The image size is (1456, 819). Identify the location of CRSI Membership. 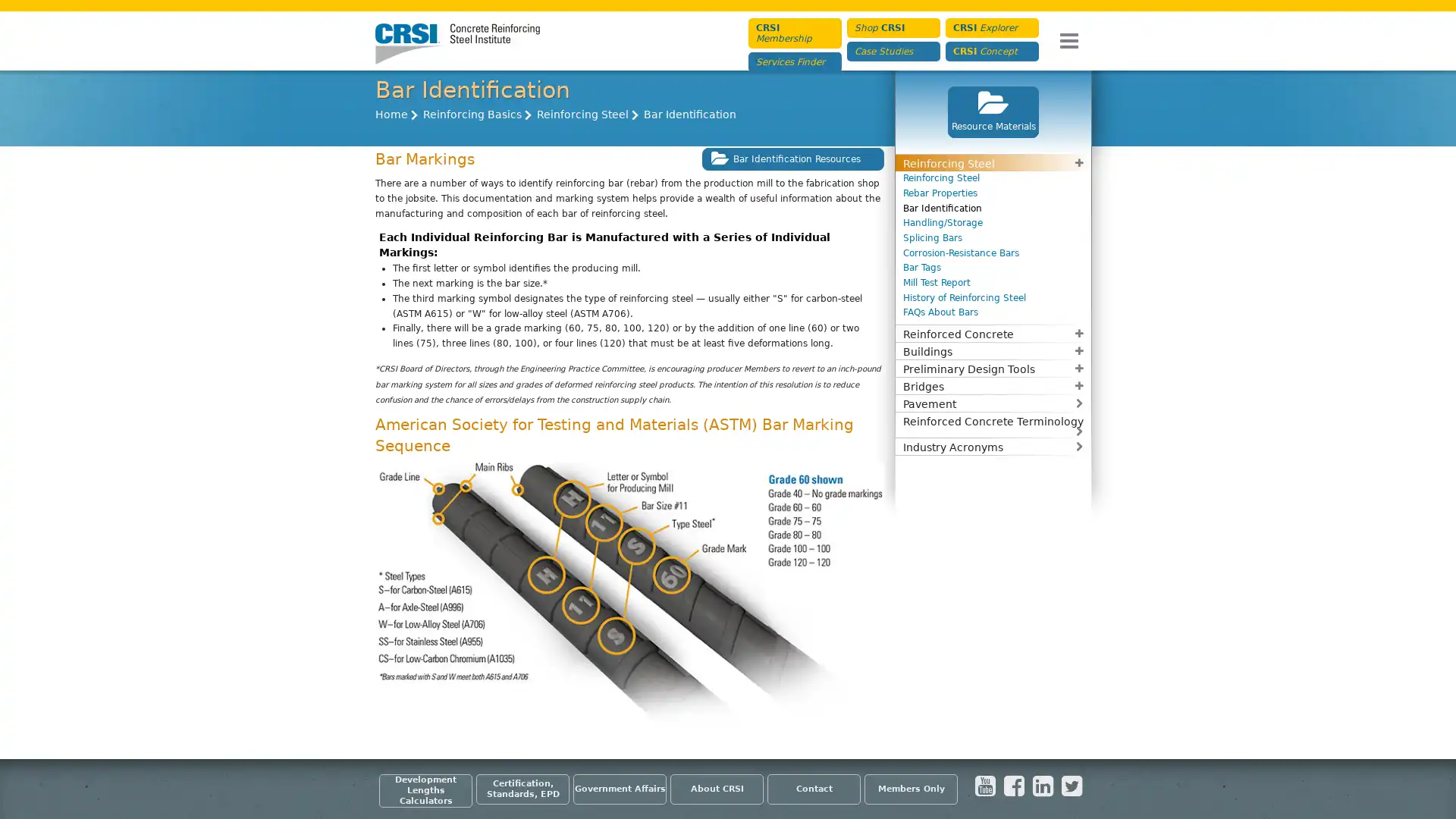
(794, 33).